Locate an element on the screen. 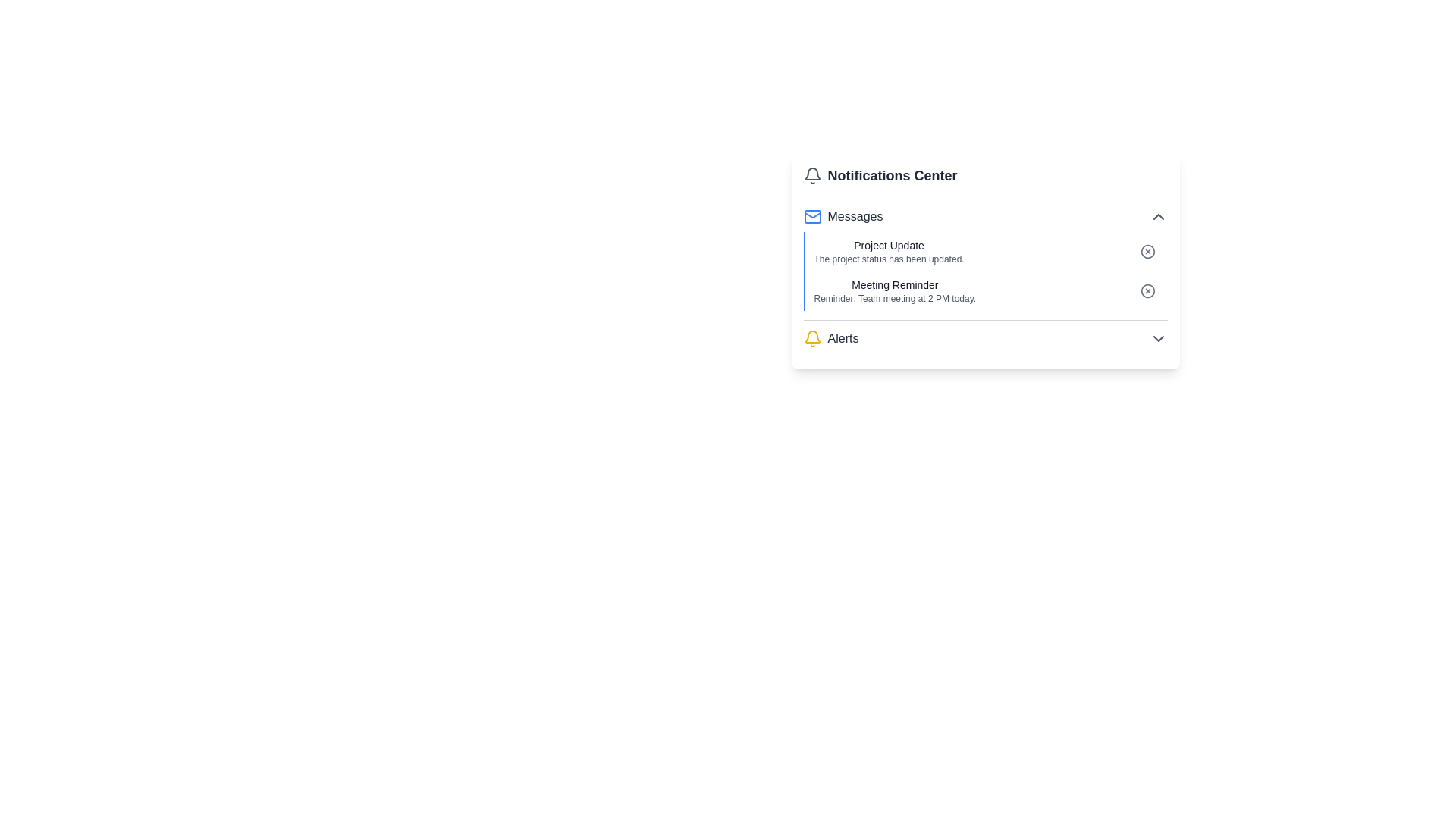 Image resolution: width=1456 pixels, height=819 pixels. the 'Messages' icon in the 'Notifications Center' to focus the corresponding section is located at coordinates (811, 216).